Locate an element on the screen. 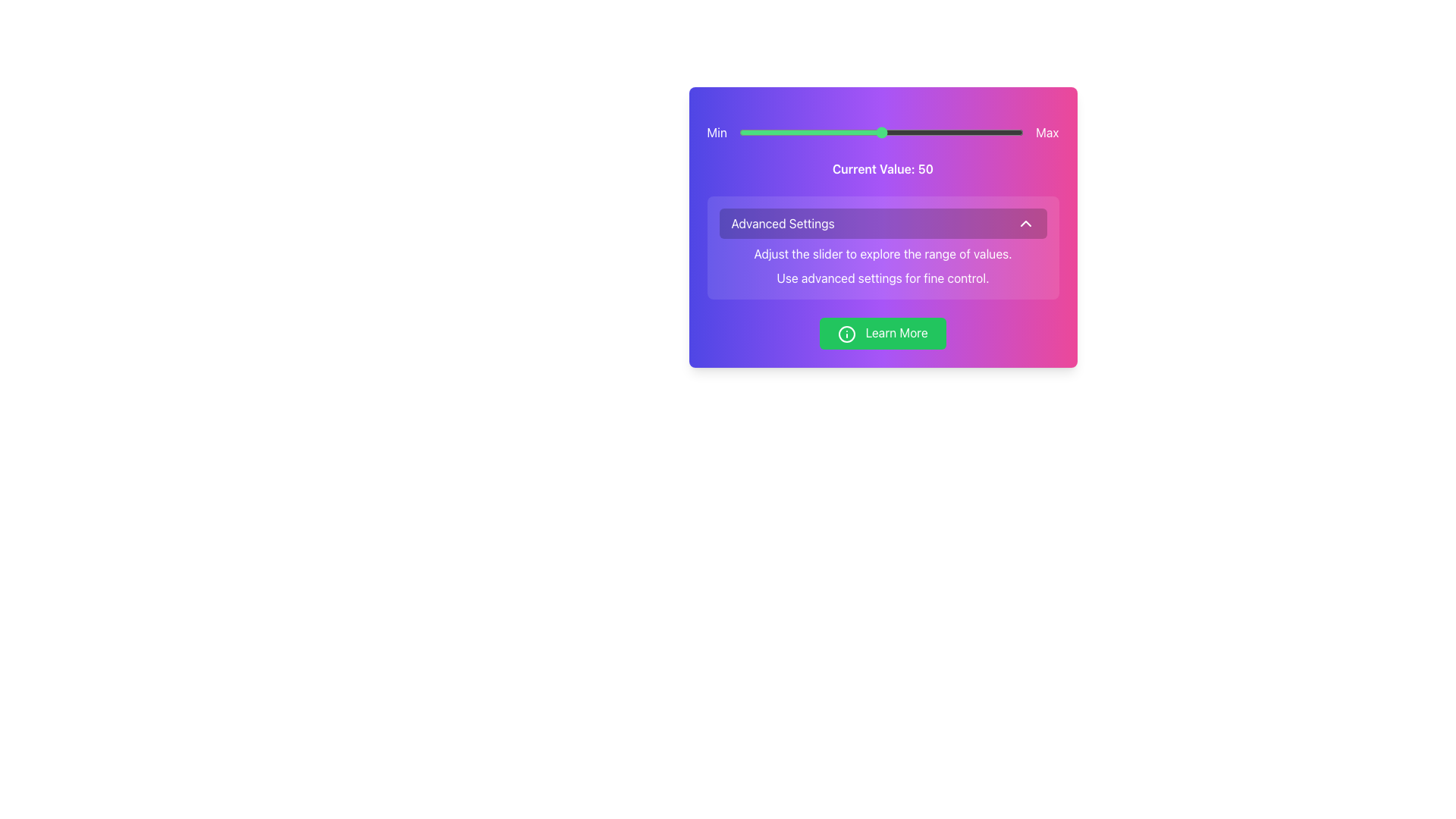 Image resolution: width=1456 pixels, height=819 pixels. the 'Advanced Settings' collapsible section, which is a gradient-colored box with a purple background and rounded corners is located at coordinates (883, 227).